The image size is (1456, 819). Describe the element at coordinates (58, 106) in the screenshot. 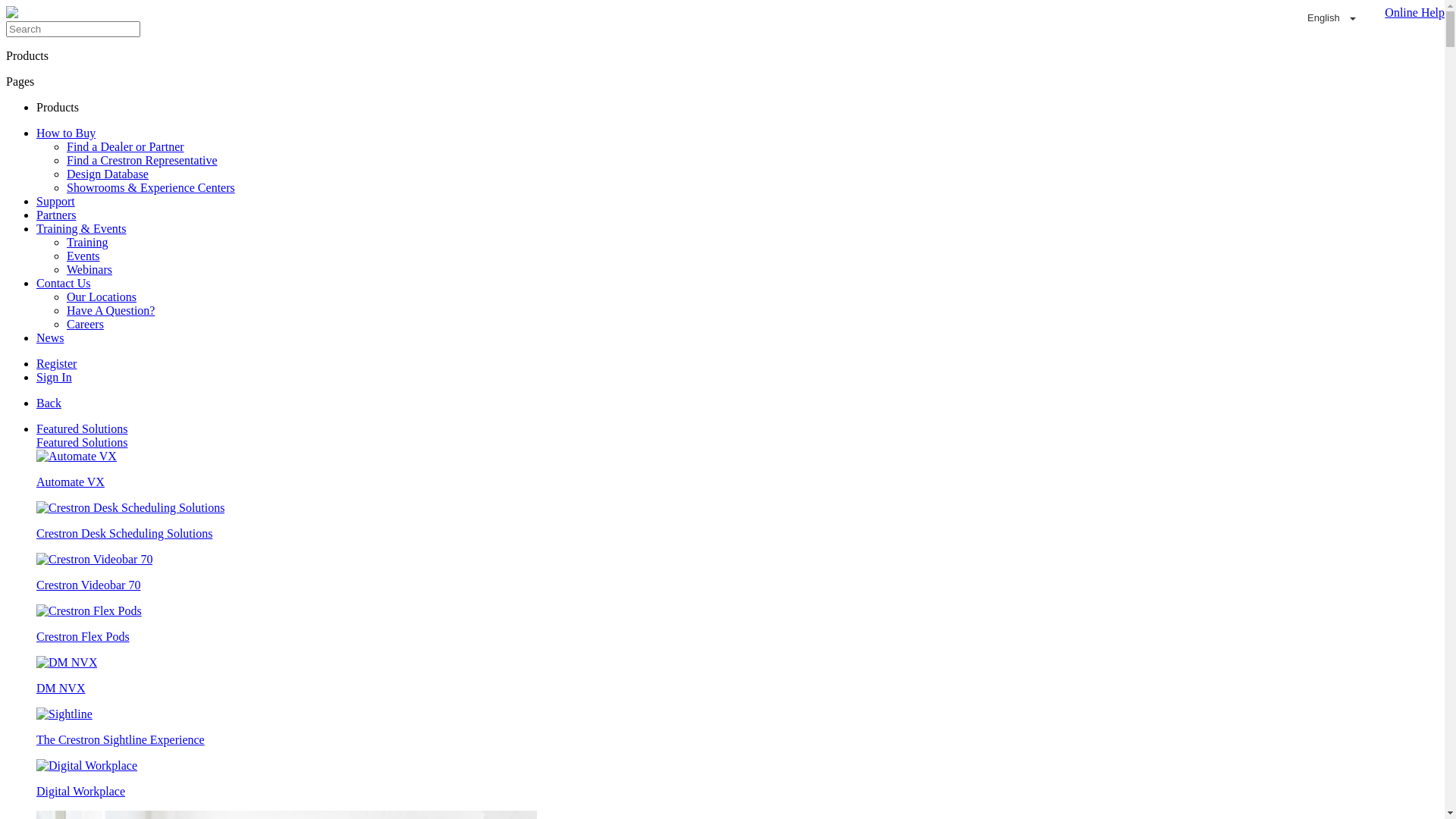

I see `'Products'` at that location.